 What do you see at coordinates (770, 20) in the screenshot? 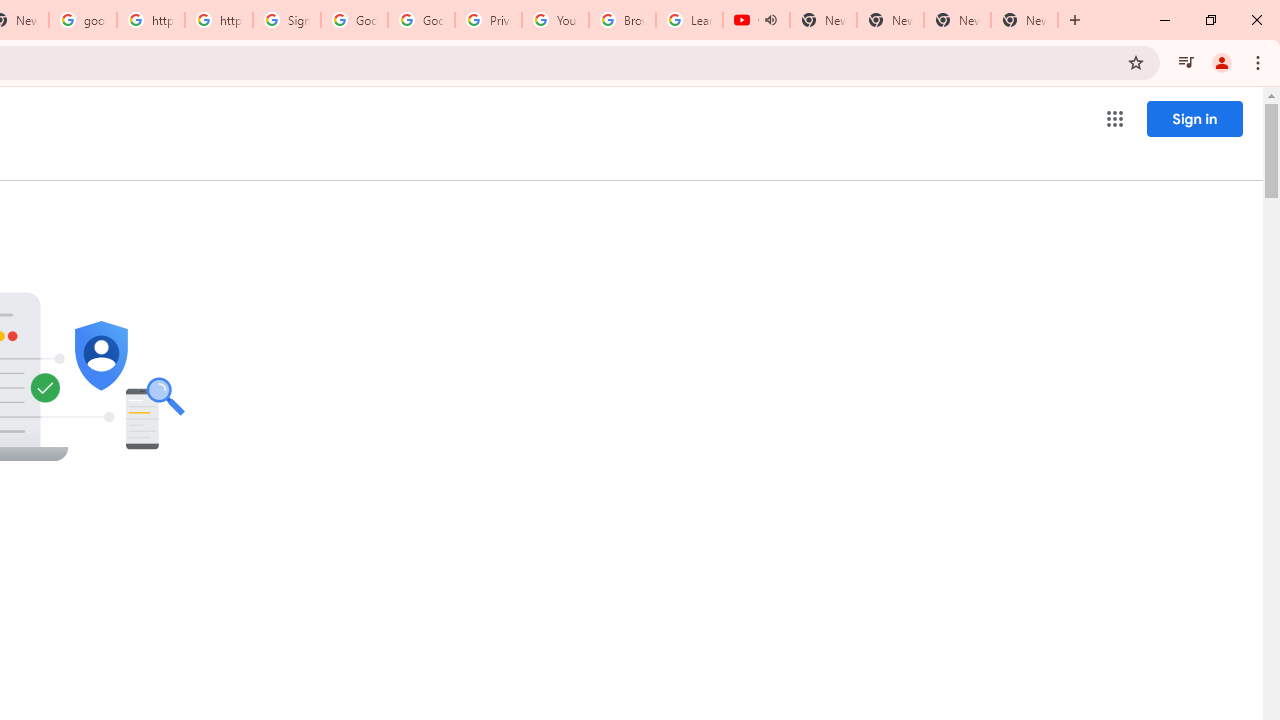
I see `'Mute tab'` at bounding box center [770, 20].